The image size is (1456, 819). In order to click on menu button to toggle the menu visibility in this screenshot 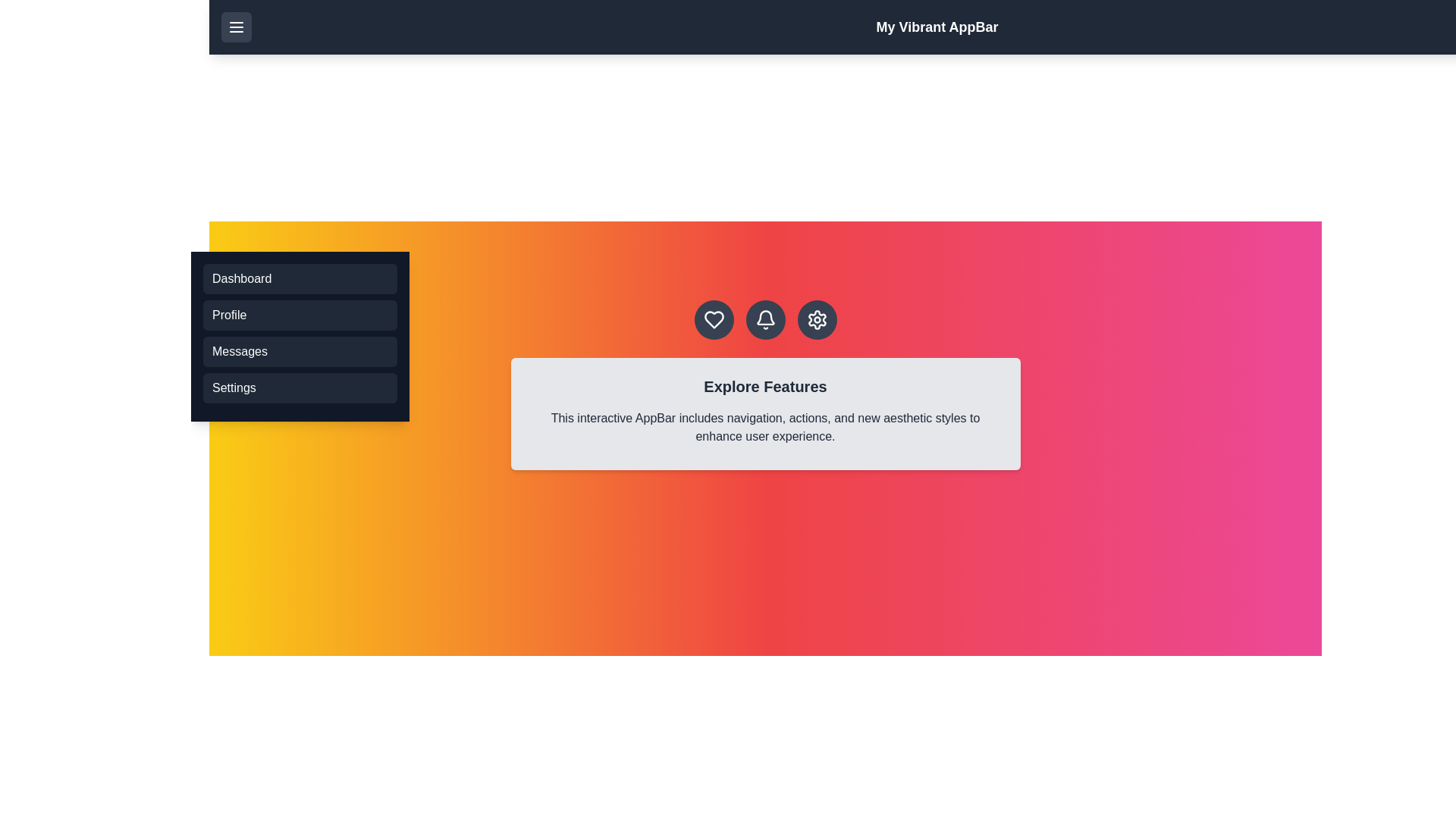, I will do `click(236, 27)`.